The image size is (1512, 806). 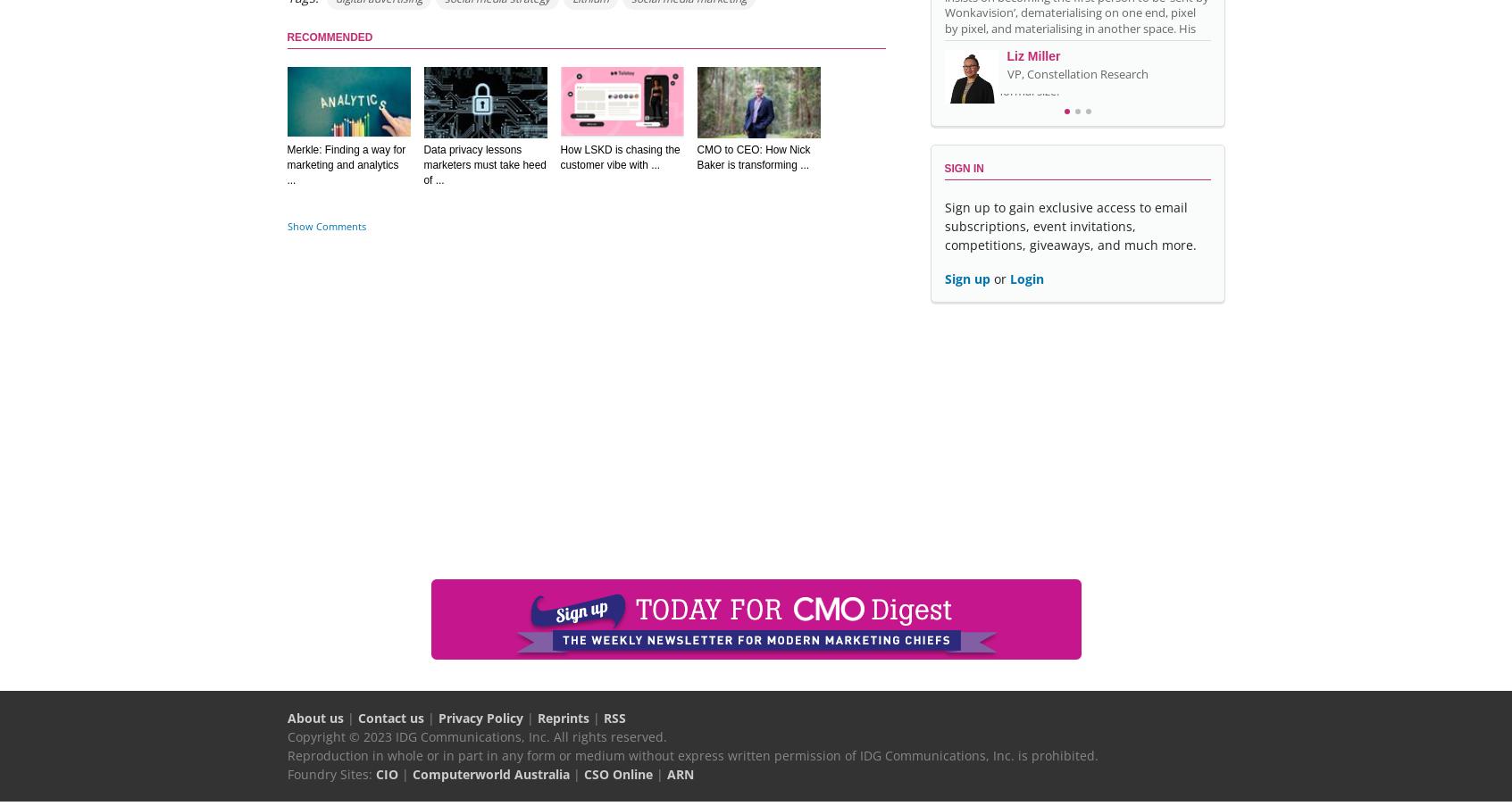 What do you see at coordinates (562, 717) in the screenshot?
I see `'Reprints'` at bounding box center [562, 717].